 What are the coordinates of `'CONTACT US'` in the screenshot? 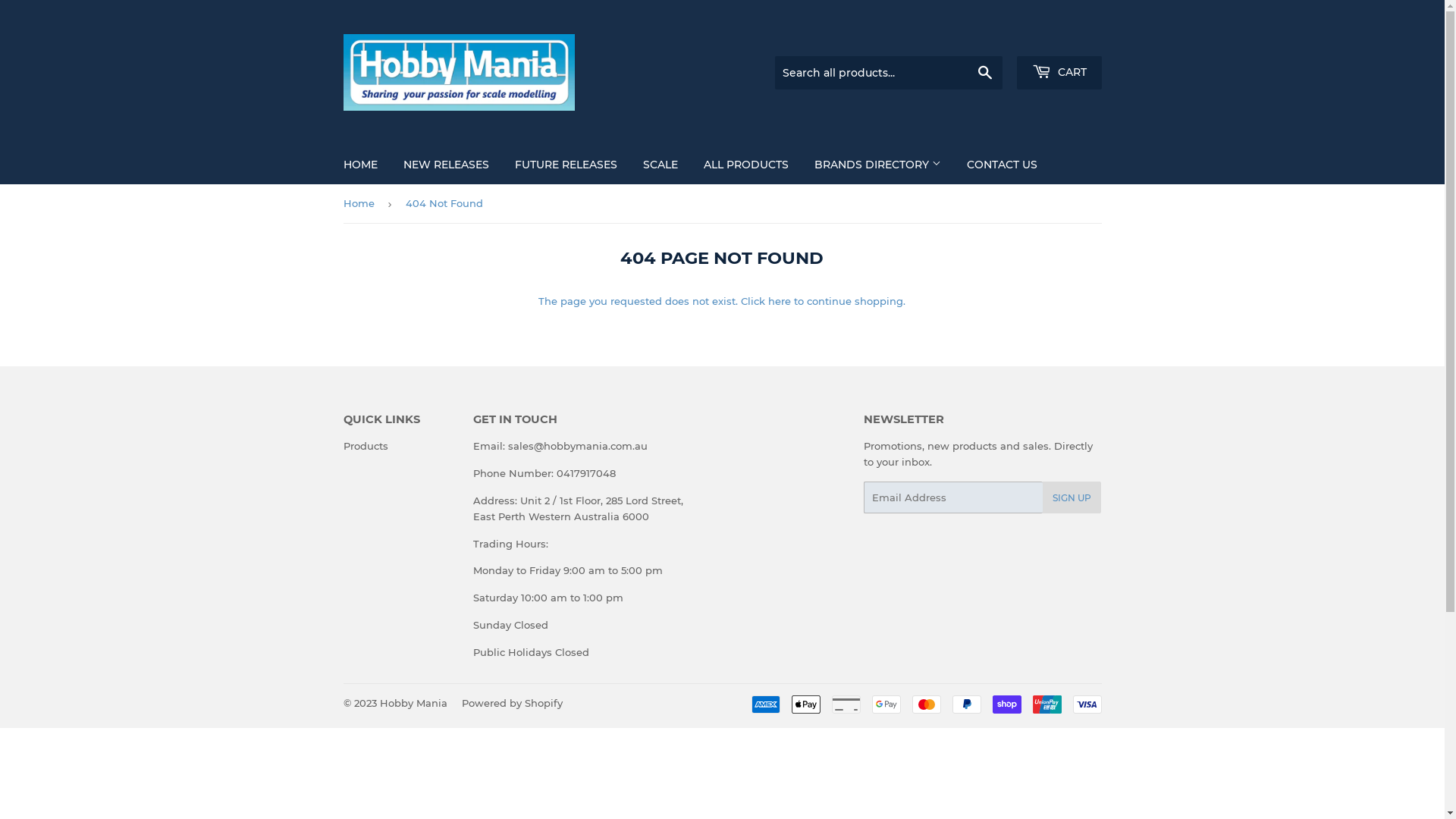 It's located at (1002, 164).